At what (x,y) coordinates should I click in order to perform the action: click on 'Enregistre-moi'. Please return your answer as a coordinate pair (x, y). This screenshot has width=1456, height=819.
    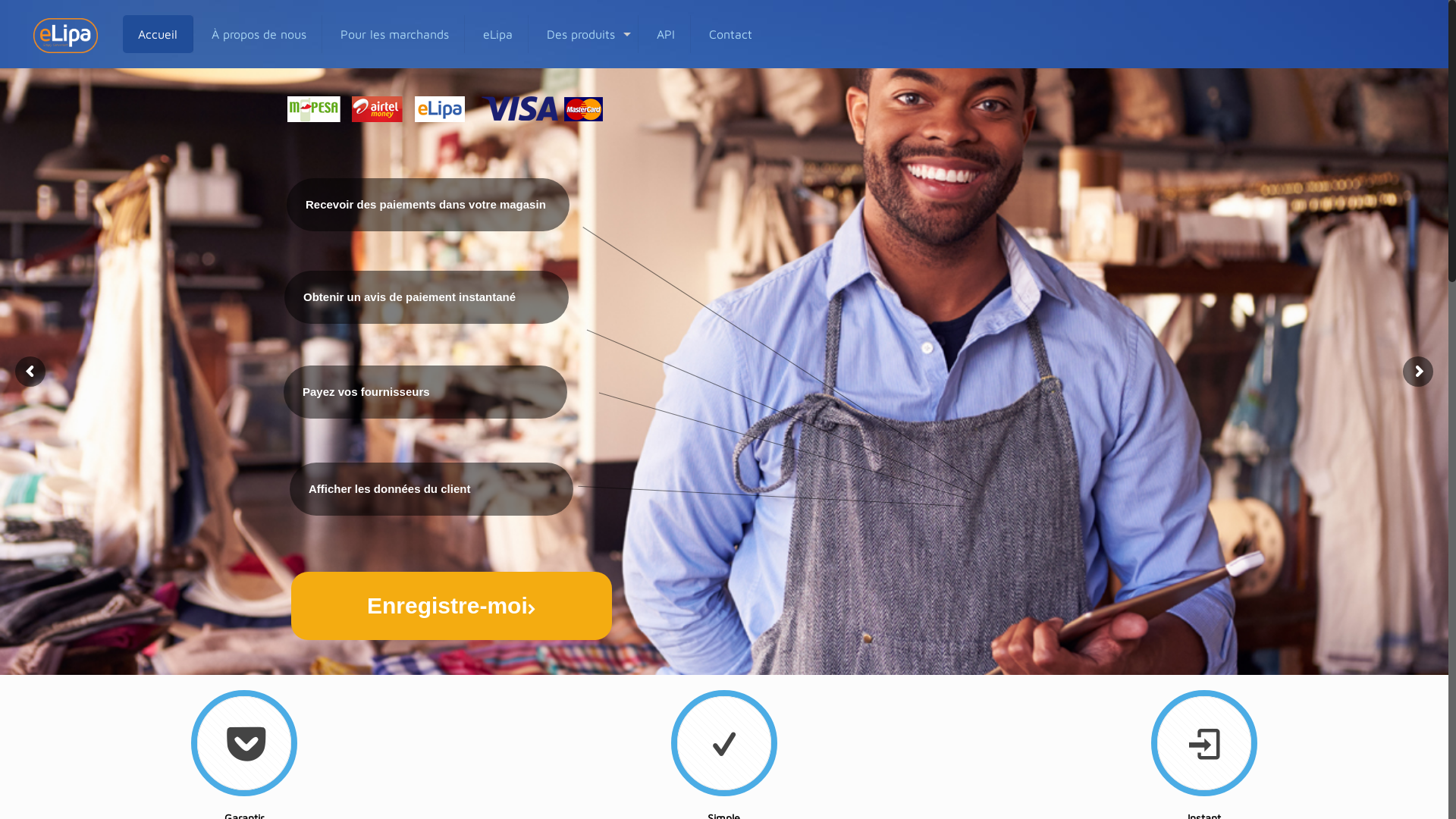
    Looking at the image, I should click on (450, 604).